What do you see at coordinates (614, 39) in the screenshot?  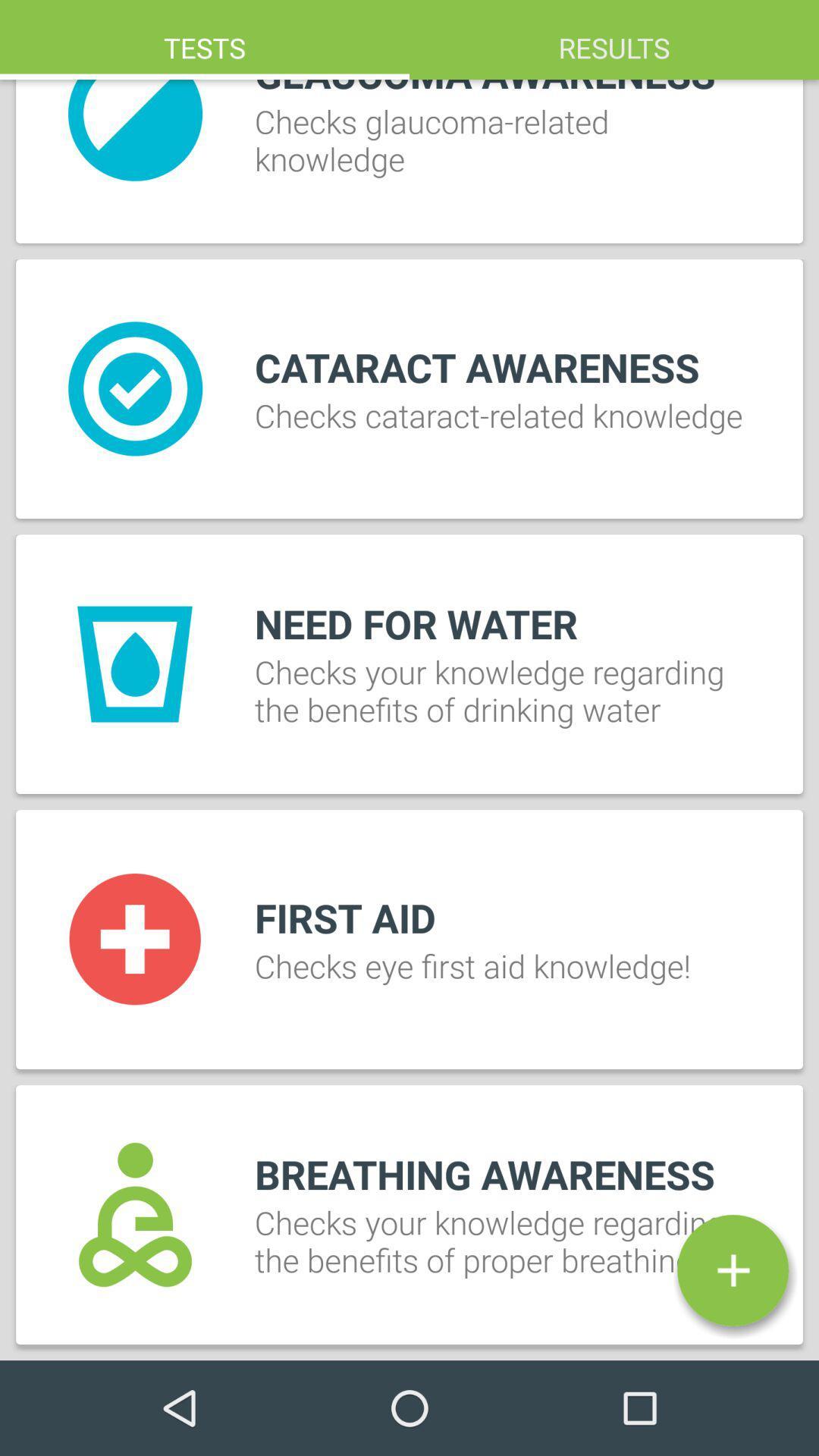 I see `item next to tests item` at bounding box center [614, 39].